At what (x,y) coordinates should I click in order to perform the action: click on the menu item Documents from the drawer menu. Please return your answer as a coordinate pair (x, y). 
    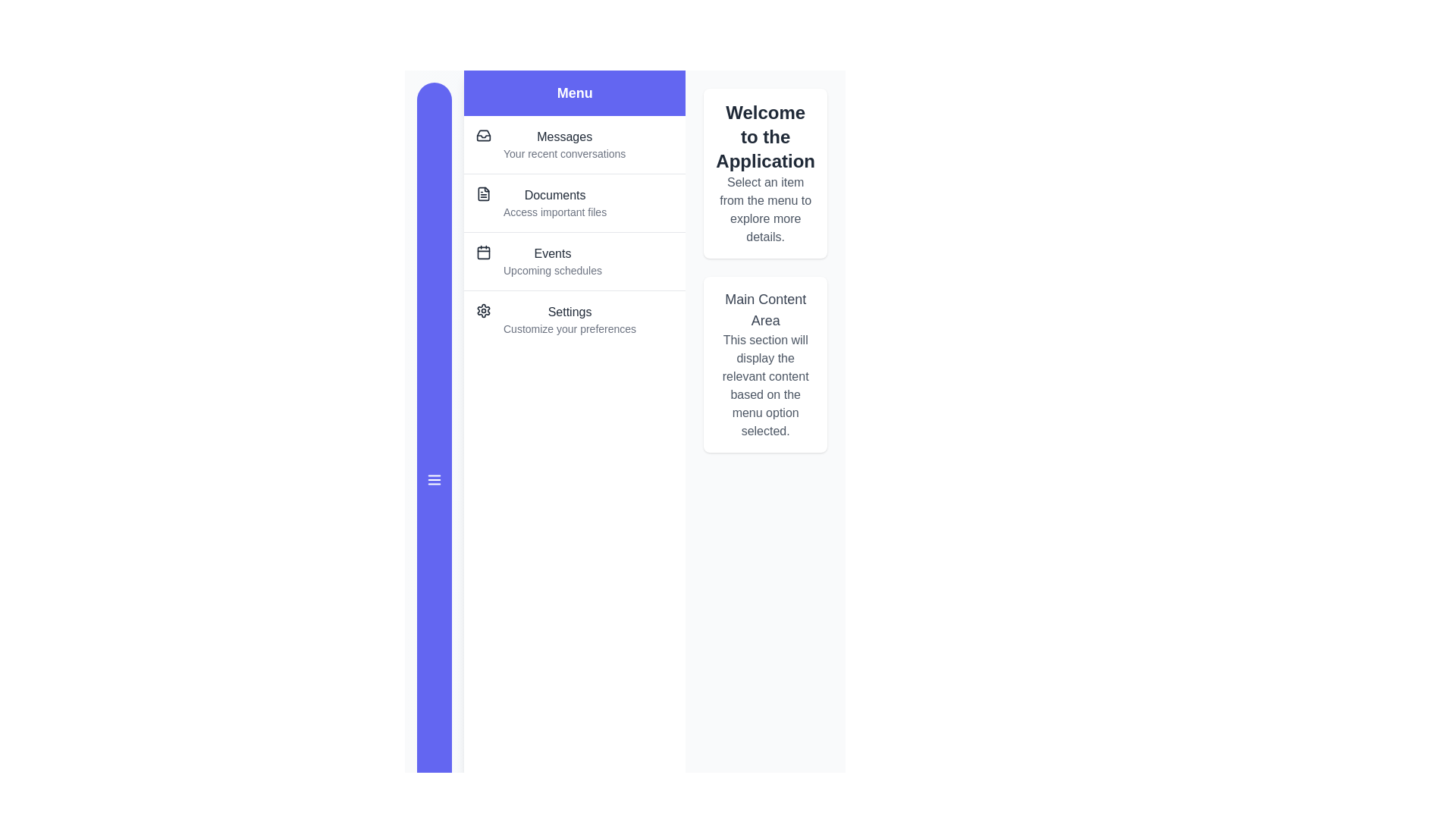
    Looking at the image, I should click on (574, 202).